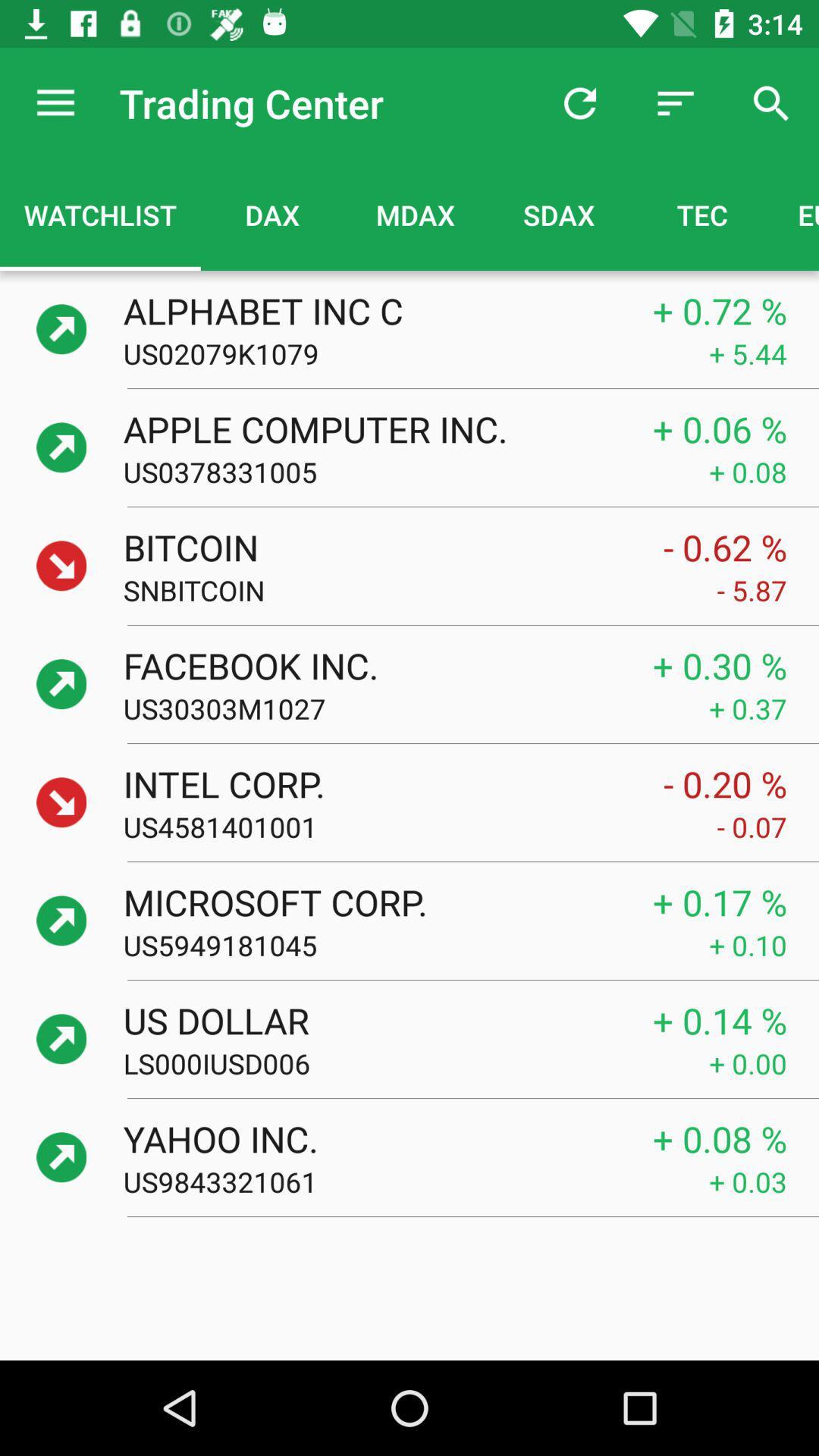  I want to click on icon next to - 5.87, so click(420, 589).